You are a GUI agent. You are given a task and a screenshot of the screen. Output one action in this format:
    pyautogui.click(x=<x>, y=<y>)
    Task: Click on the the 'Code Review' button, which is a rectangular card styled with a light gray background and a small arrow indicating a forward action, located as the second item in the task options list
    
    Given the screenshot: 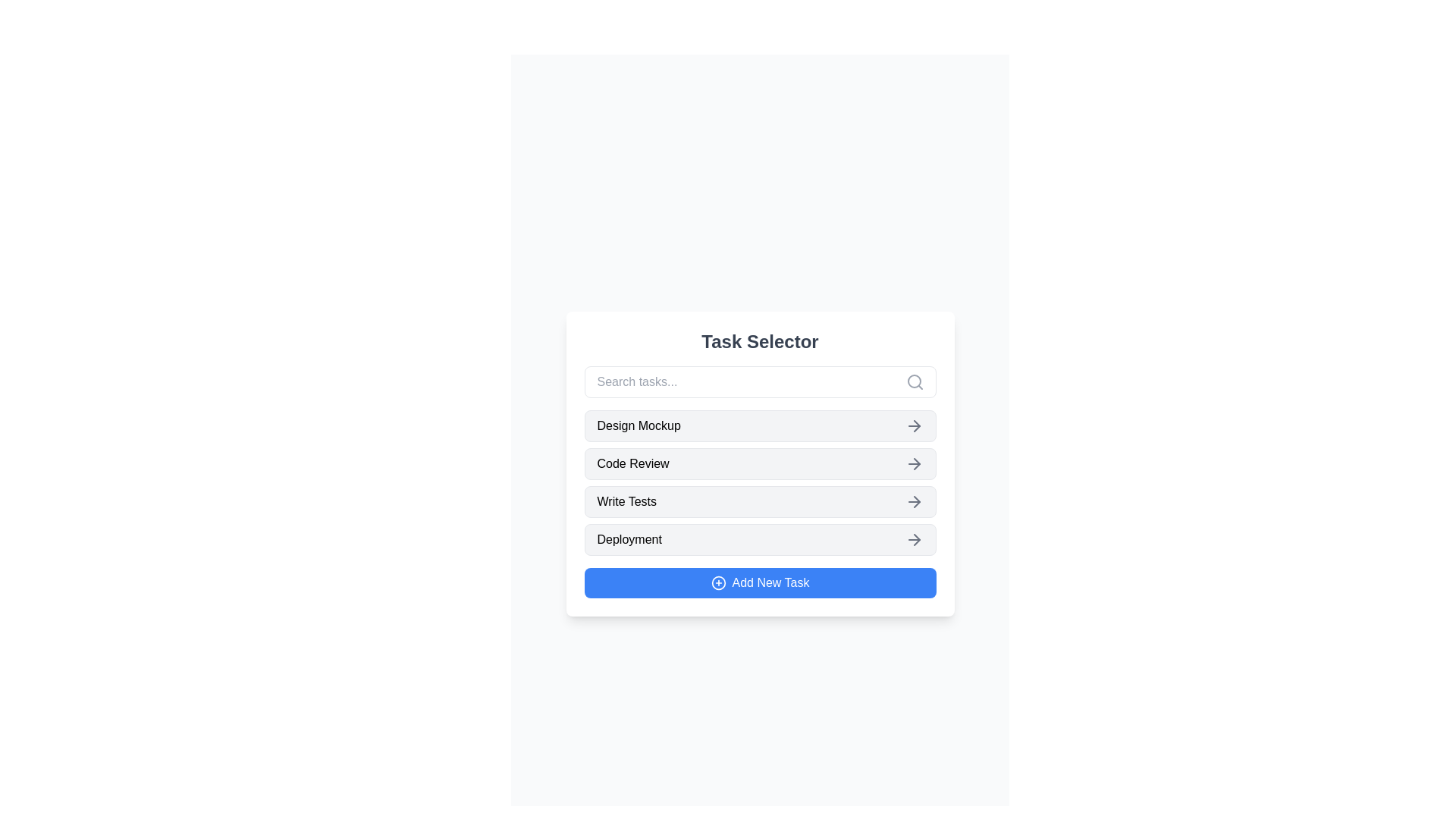 What is the action you would take?
    pyautogui.click(x=760, y=463)
    